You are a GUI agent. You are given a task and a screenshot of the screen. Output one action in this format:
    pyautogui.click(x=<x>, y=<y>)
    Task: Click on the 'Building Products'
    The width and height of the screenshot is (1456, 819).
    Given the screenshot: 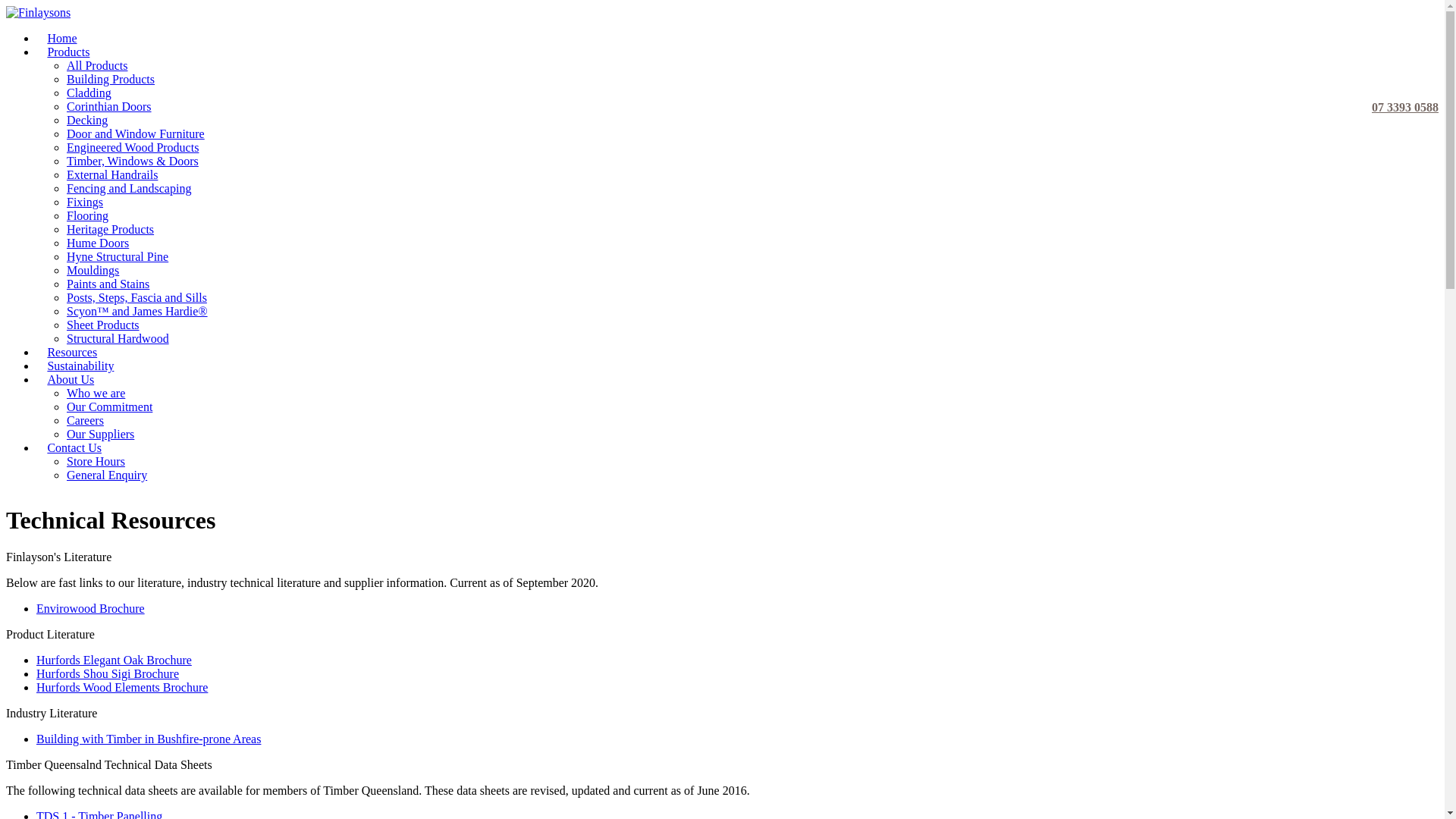 What is the action you would take?
    pyautogui.click(x=109, y=79)
    